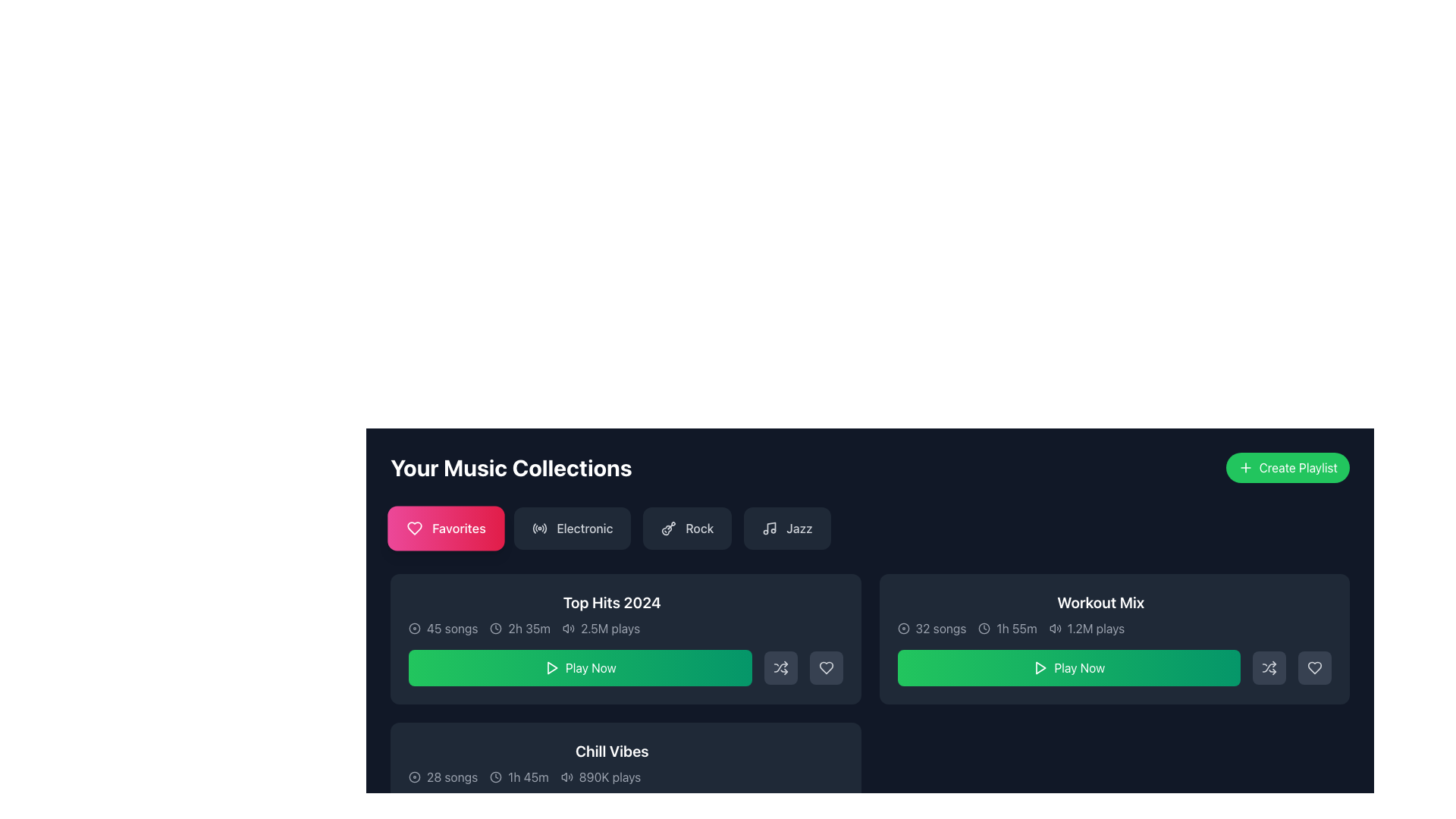 The height and width of the screenshot is (819, 1456). I want to click on the 'Electronic' text label located within the button in the second selectable tab of category options to observe the hover effects, so click(584, 528).